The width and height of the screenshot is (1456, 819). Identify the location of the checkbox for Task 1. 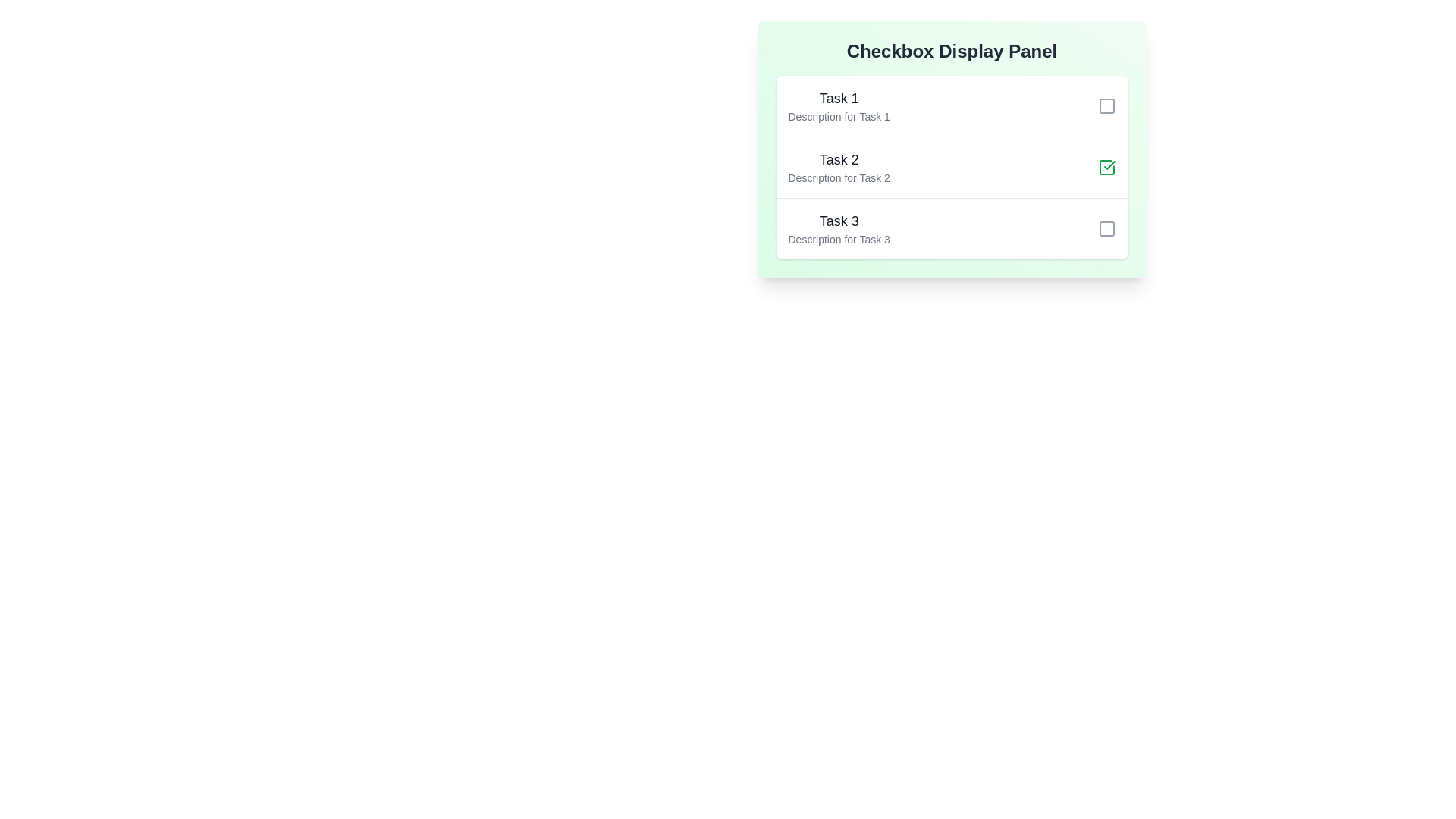
(1106, 105).